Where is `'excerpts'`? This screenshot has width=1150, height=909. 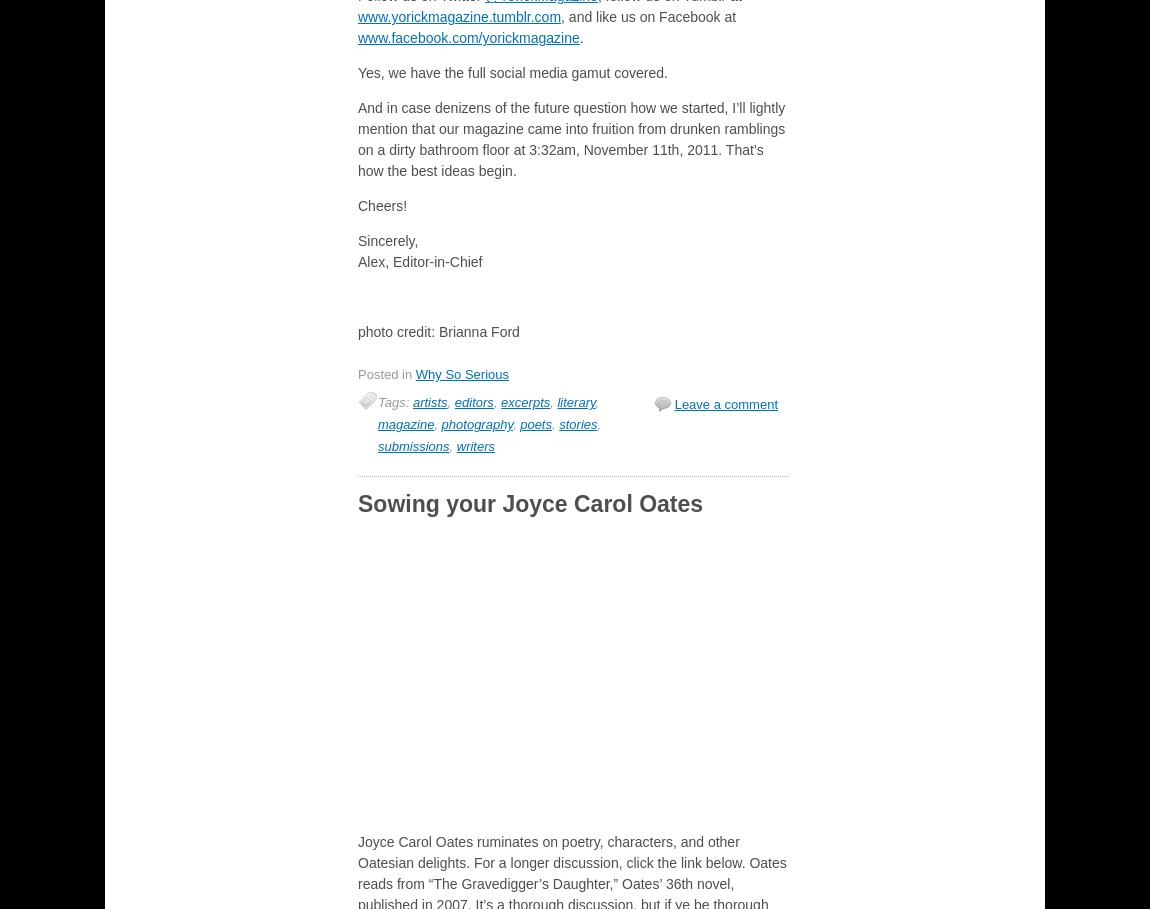
'excerpts' is located at coordinates (501, 402).